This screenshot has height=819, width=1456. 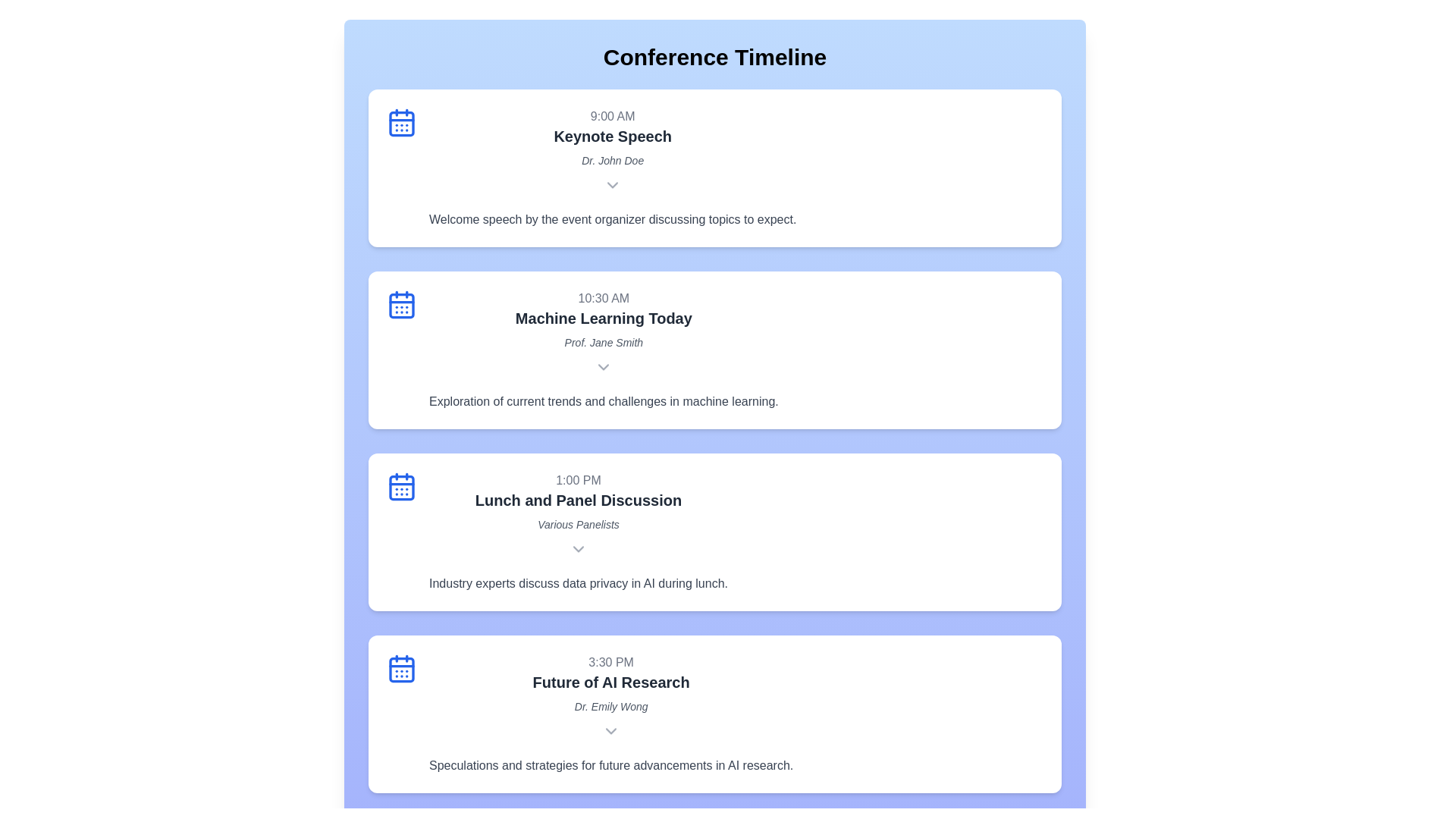 What do you see at coordinates (613, 116) in the screenshot?
I see `the text label displaying '9:00 AM' located in the 'Conference Timeline' section above the 'Keynote Speech' title` at bounding box center [613, 116].